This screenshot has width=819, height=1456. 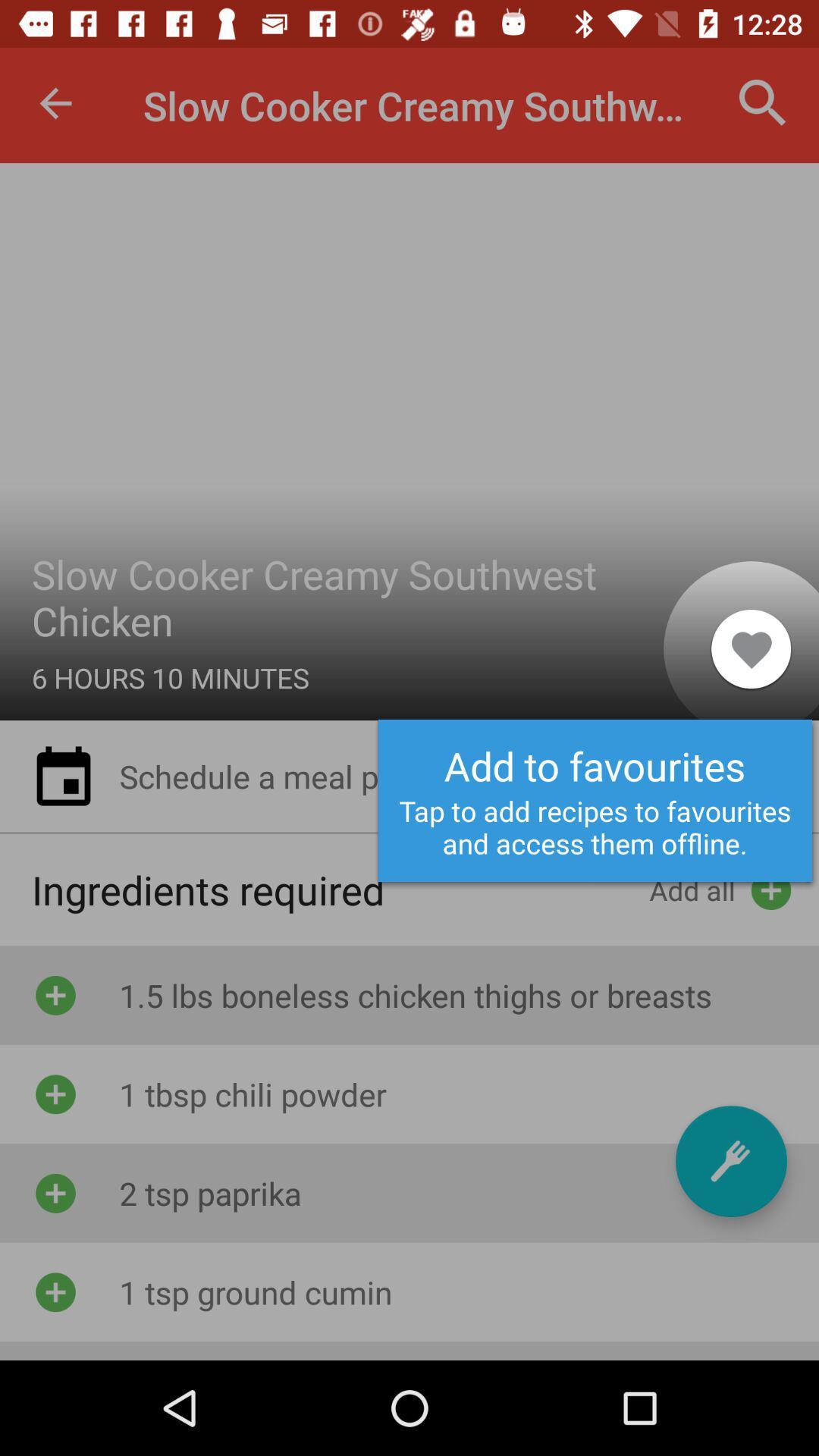 I want to click on a recipe, so click(x=730, y=1160).